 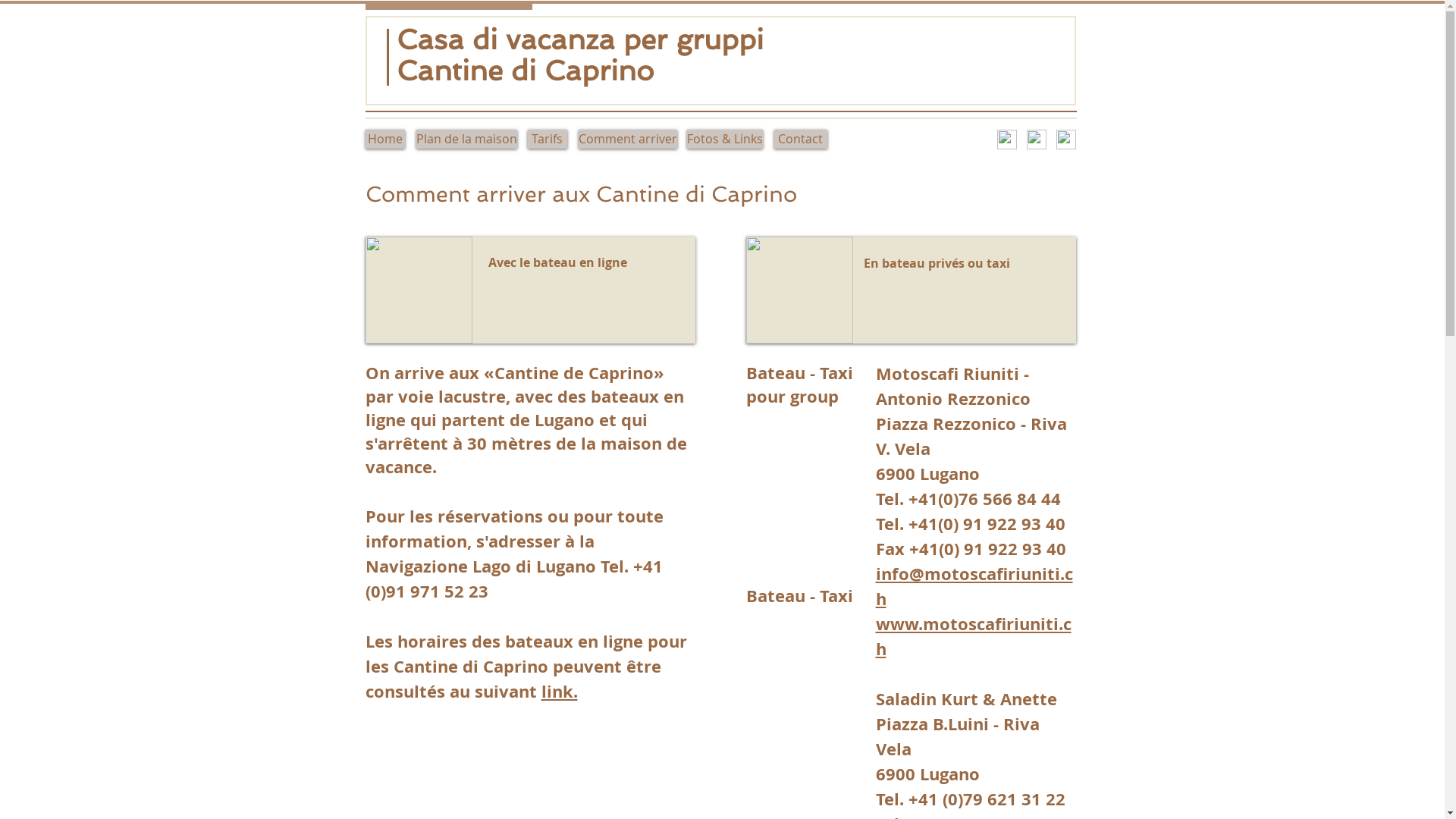 What do you see at coordinates (626, 139) in the screenshot?
I see `'Comment arriver'` at bounding box center [626, 139].